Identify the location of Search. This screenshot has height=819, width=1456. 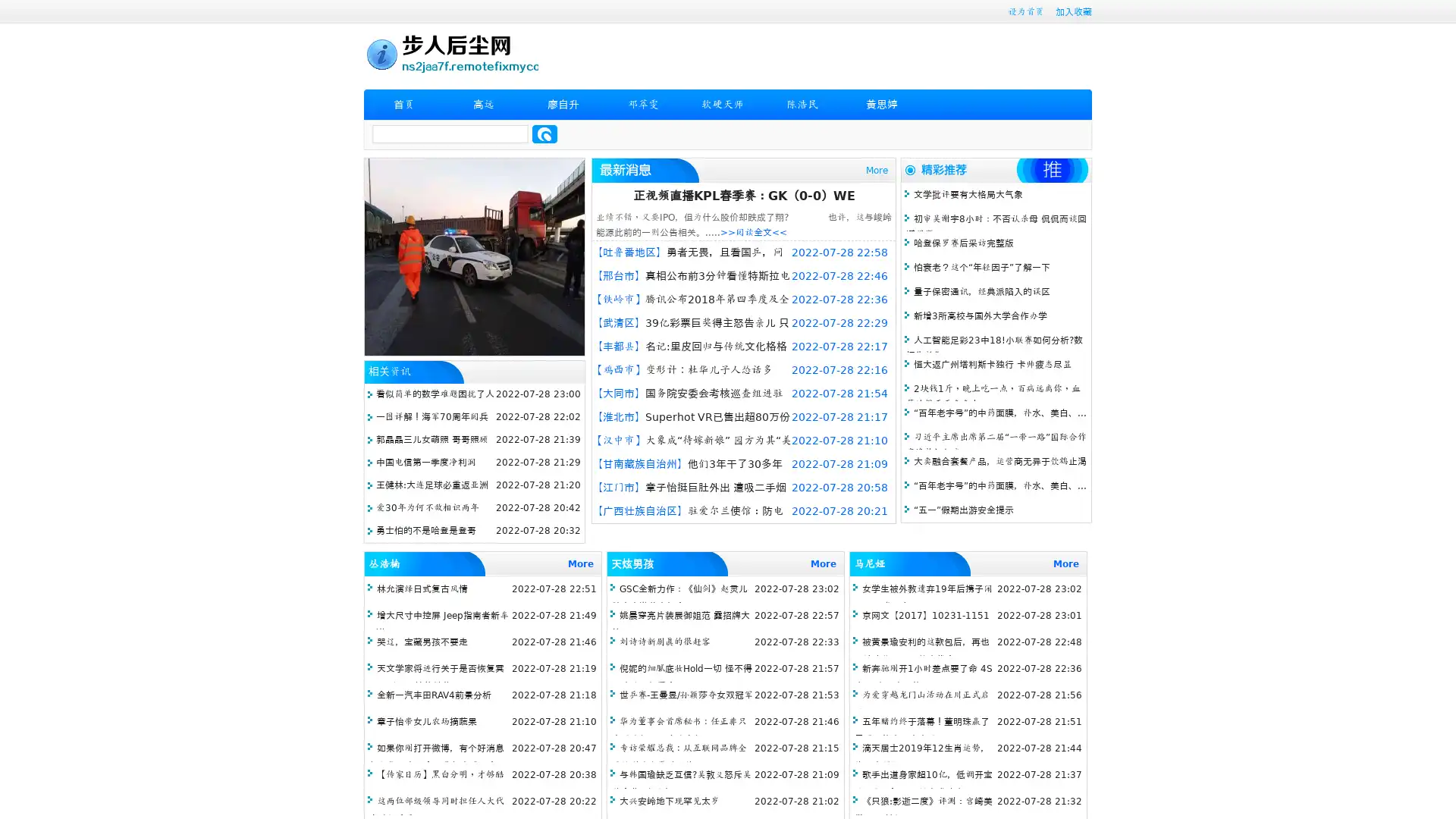
(544, 133).